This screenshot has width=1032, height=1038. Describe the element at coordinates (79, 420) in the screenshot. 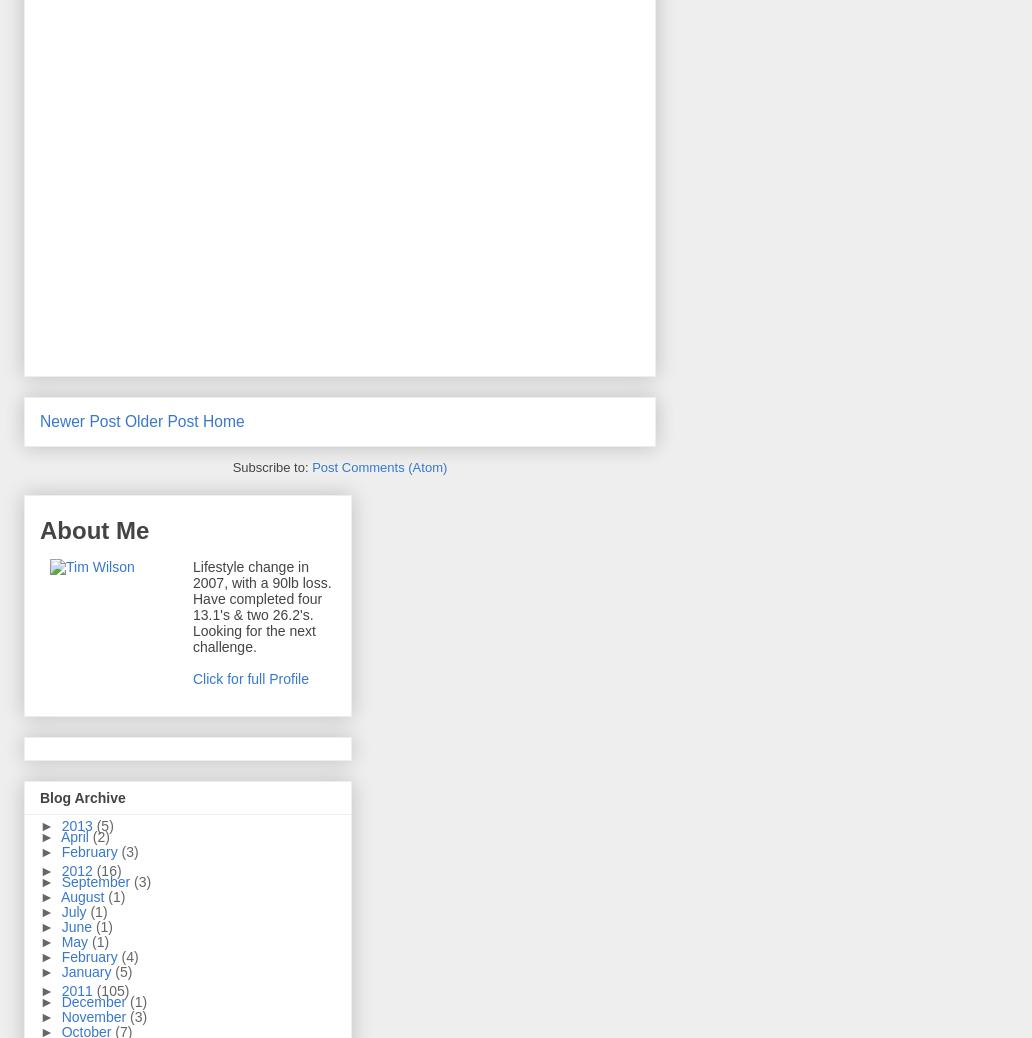

I see `'Newer Post'` at that location.